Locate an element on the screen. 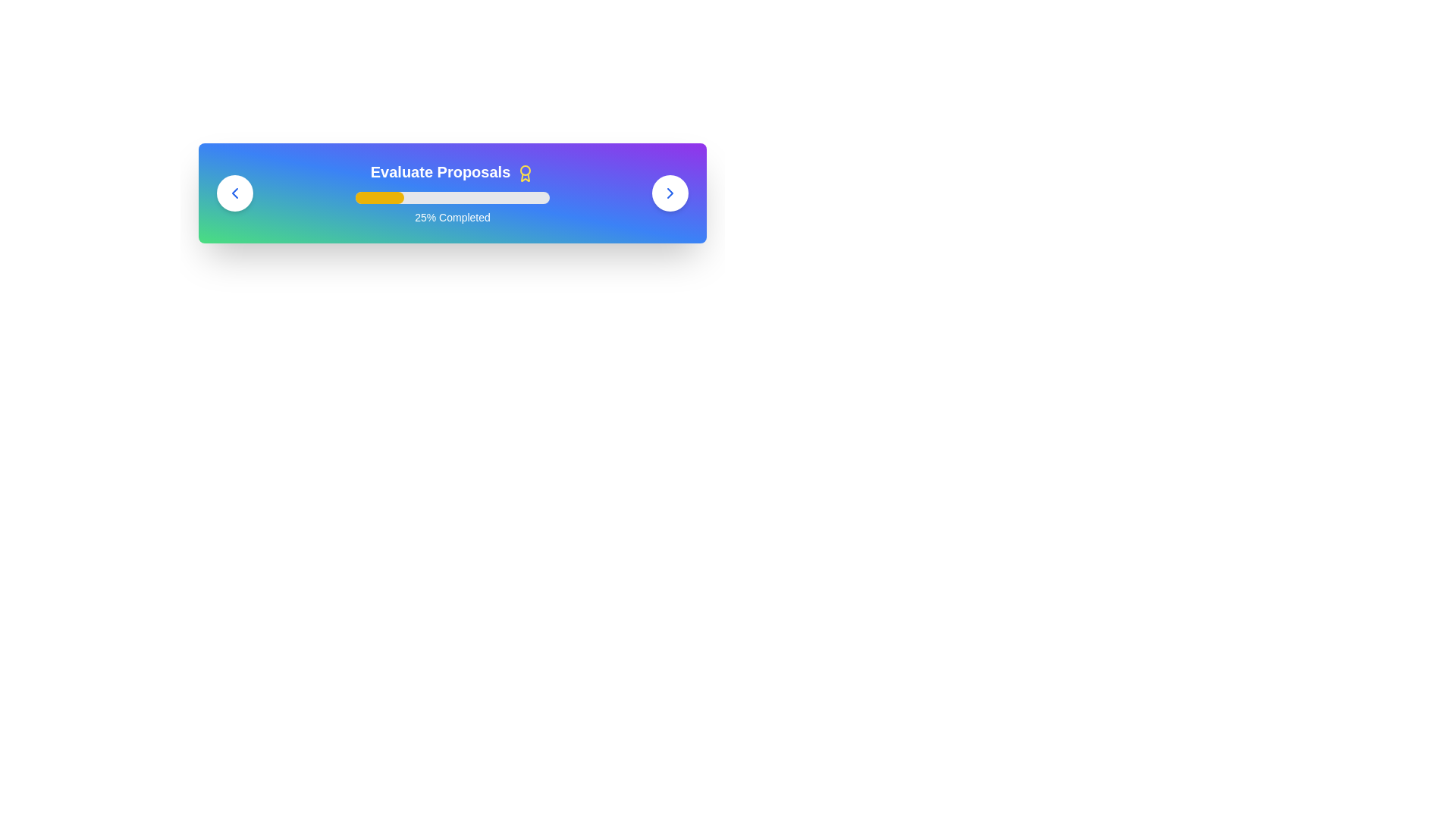  the leftward navigation SVG Icon, located within a circle is located at coordinates (234, 192).